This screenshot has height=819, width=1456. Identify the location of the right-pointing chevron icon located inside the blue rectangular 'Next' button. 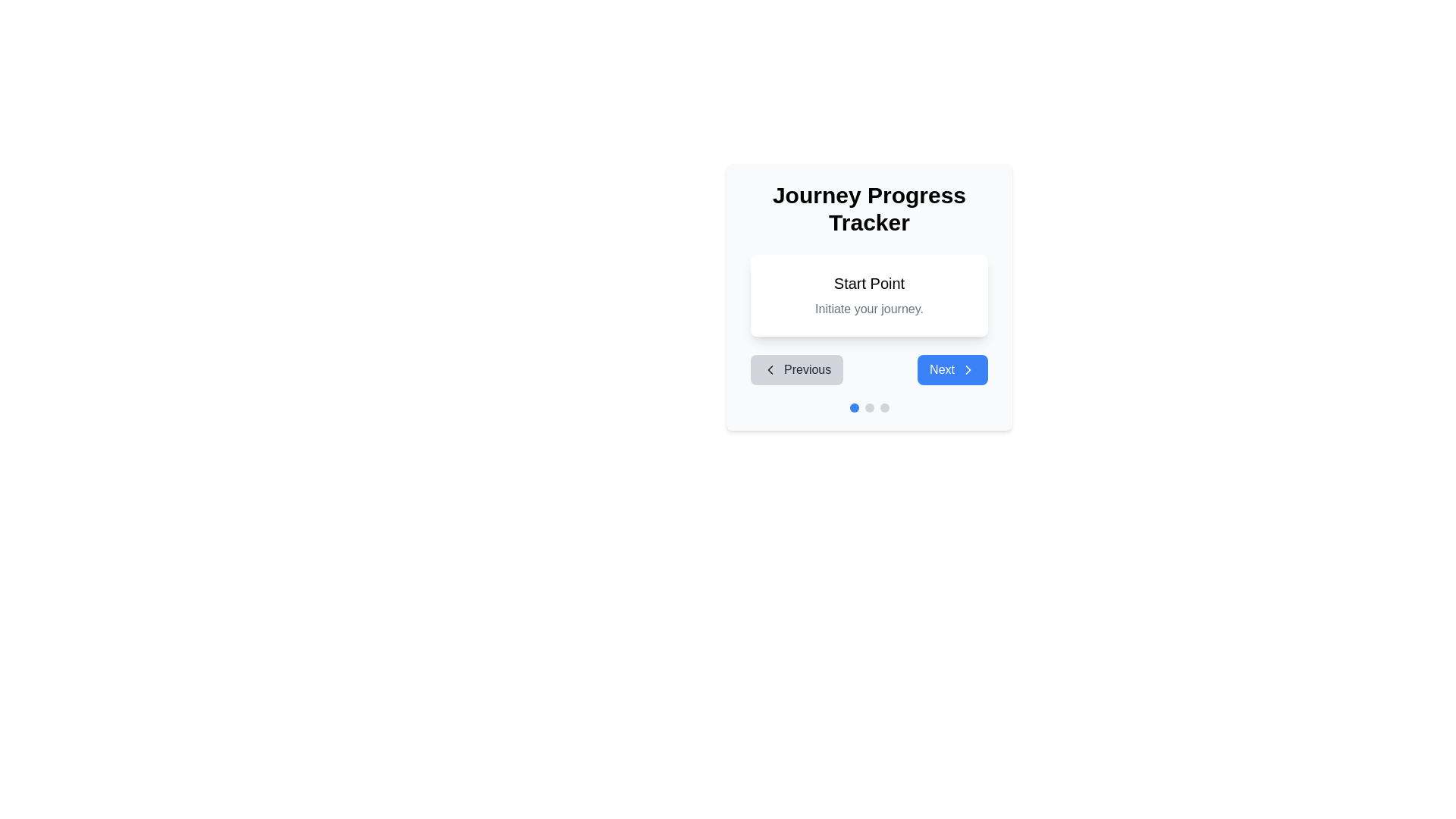
(967, 370).